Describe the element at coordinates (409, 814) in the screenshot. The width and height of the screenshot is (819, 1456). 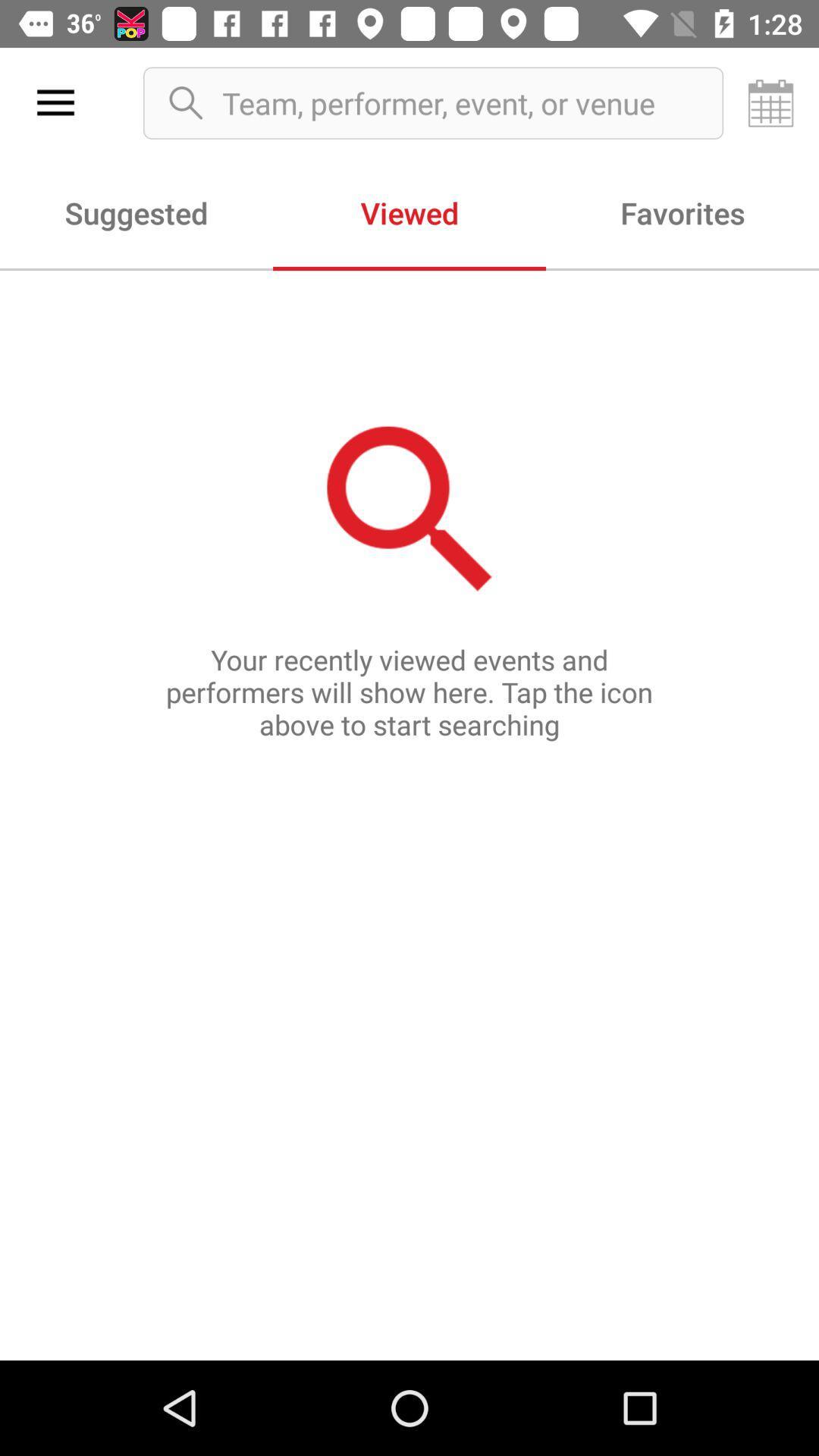
I see `the your recently viewed item` at that location.